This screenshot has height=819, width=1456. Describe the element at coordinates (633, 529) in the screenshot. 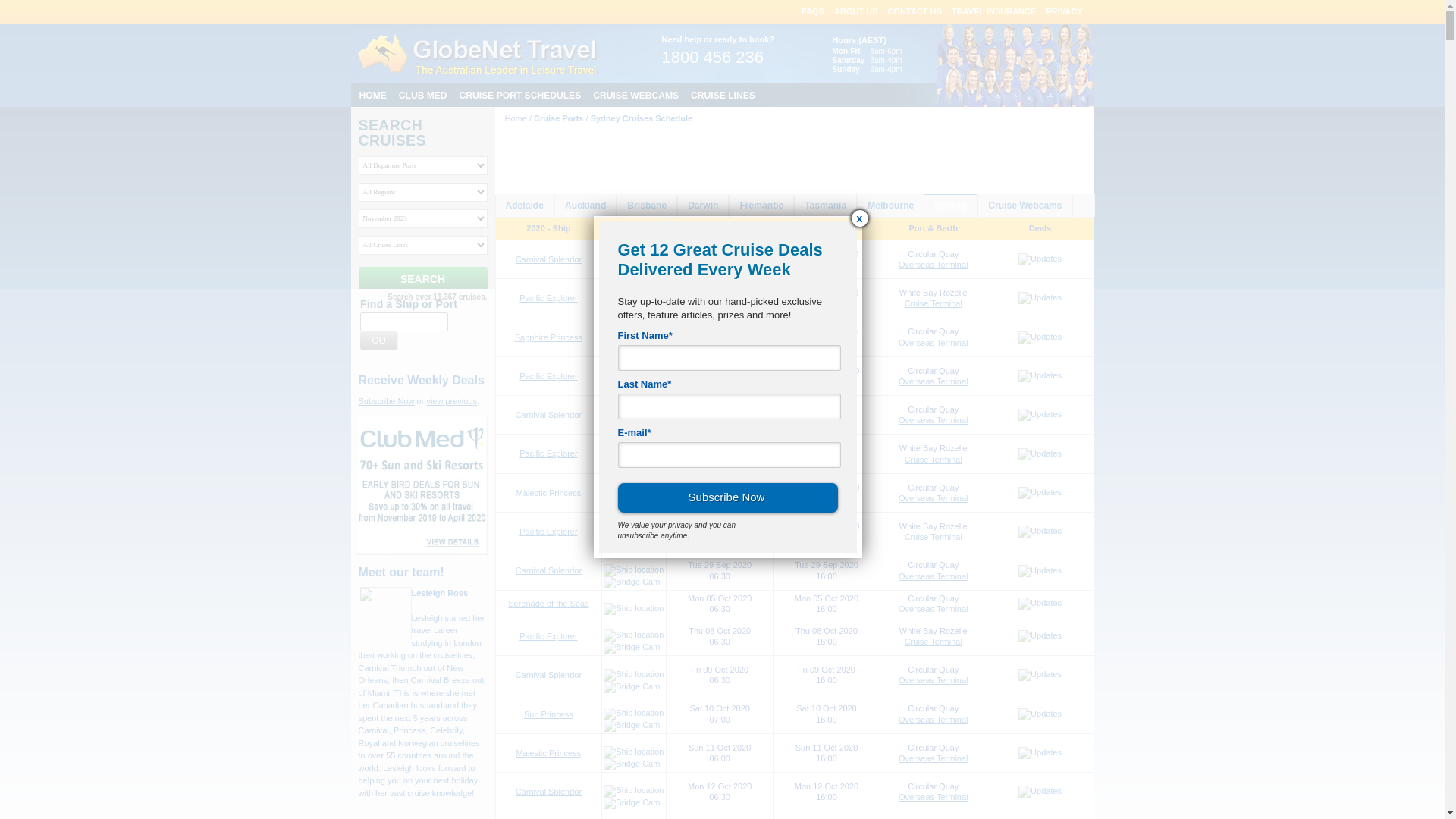

I see `'Ship location'` at that location.